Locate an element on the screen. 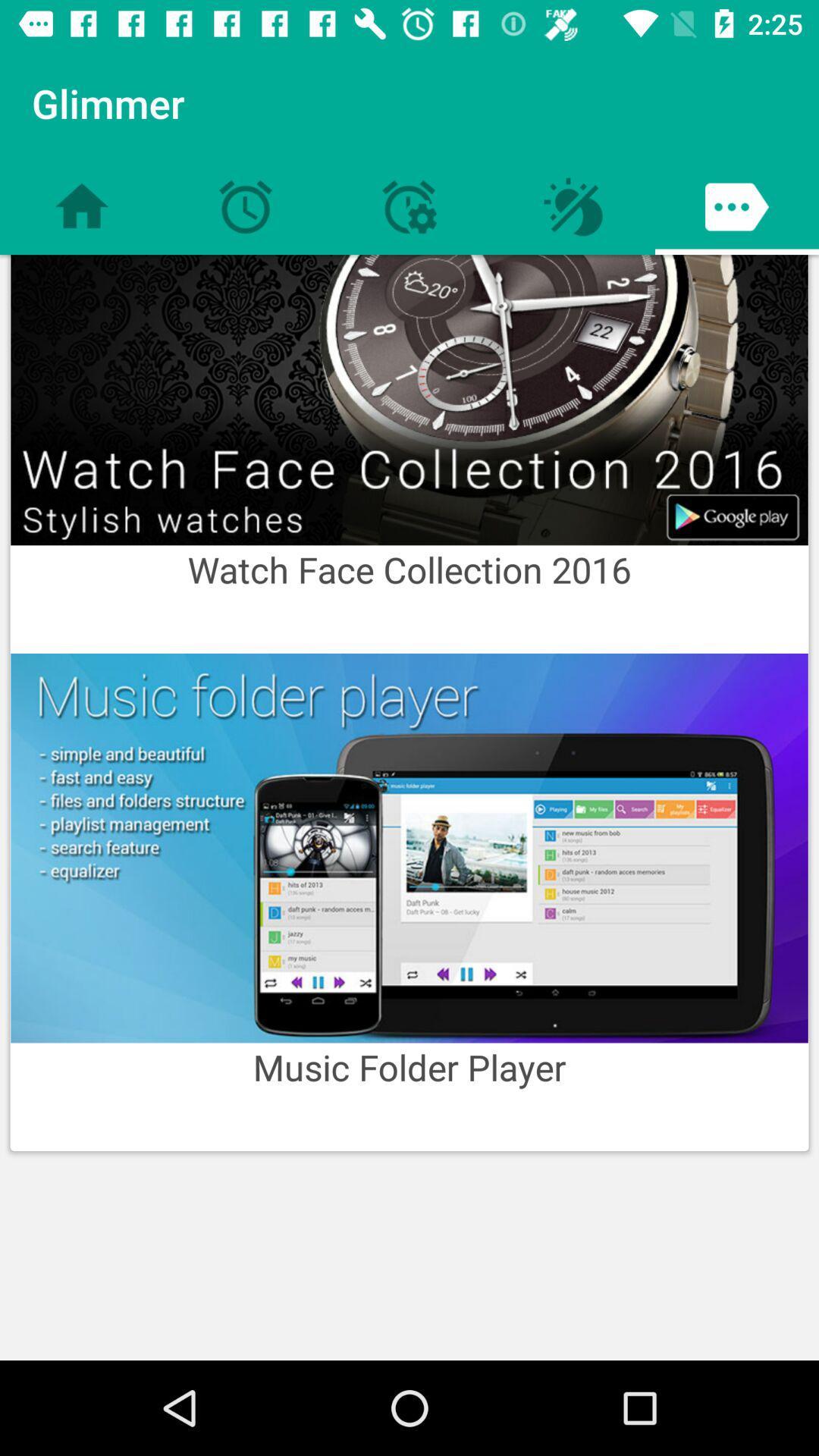 The height and width of the screenshot is (1456, 819). follow the banner is located at coordinates (409, 400).